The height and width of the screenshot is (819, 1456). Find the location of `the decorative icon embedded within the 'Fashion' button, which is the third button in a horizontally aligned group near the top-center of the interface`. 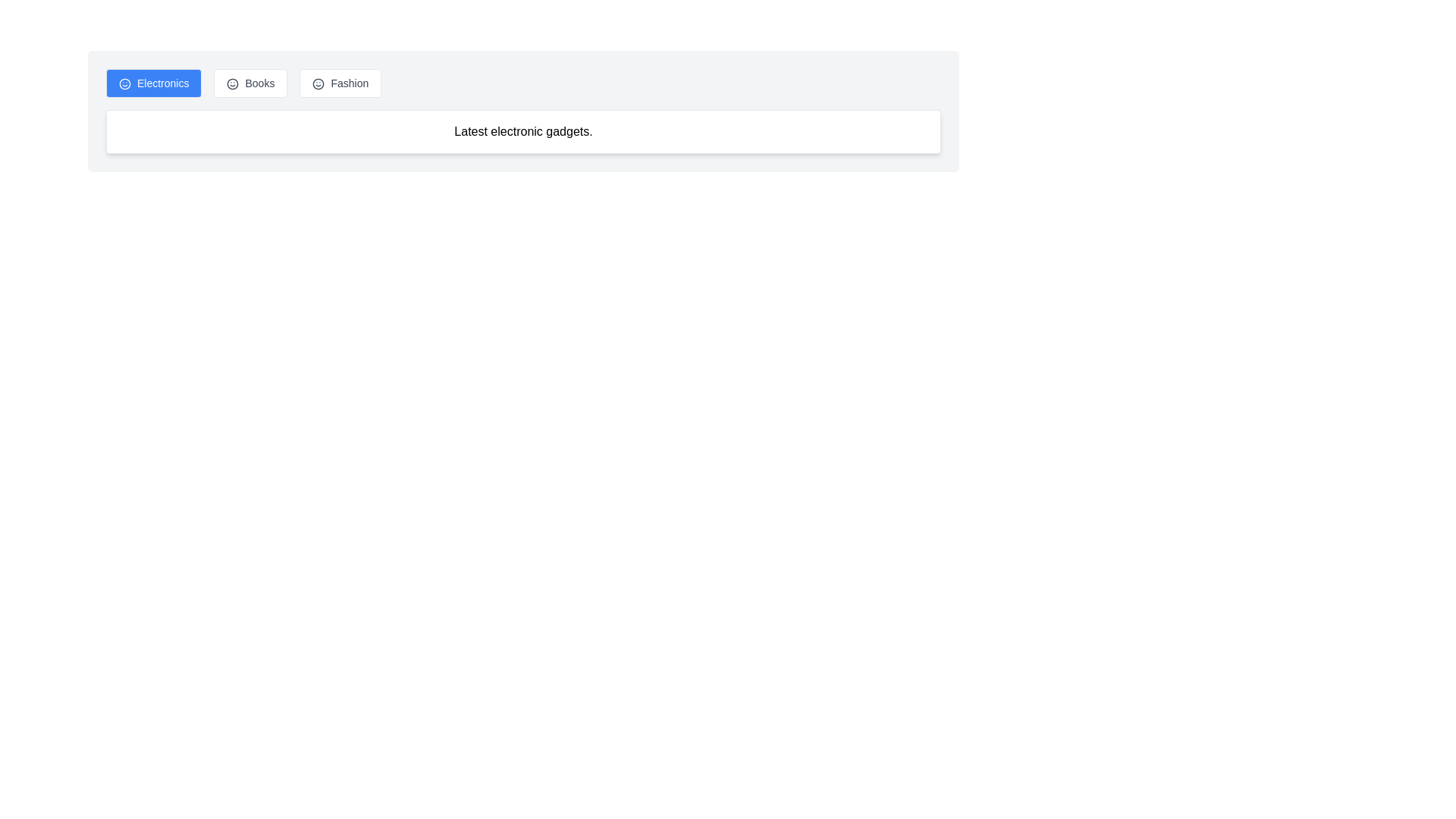

the decorative icon embedded within the 'Fashion' button, which is the third button in a horizontally aligned group near the top-center of the interface is located at coordinates (318, 84).